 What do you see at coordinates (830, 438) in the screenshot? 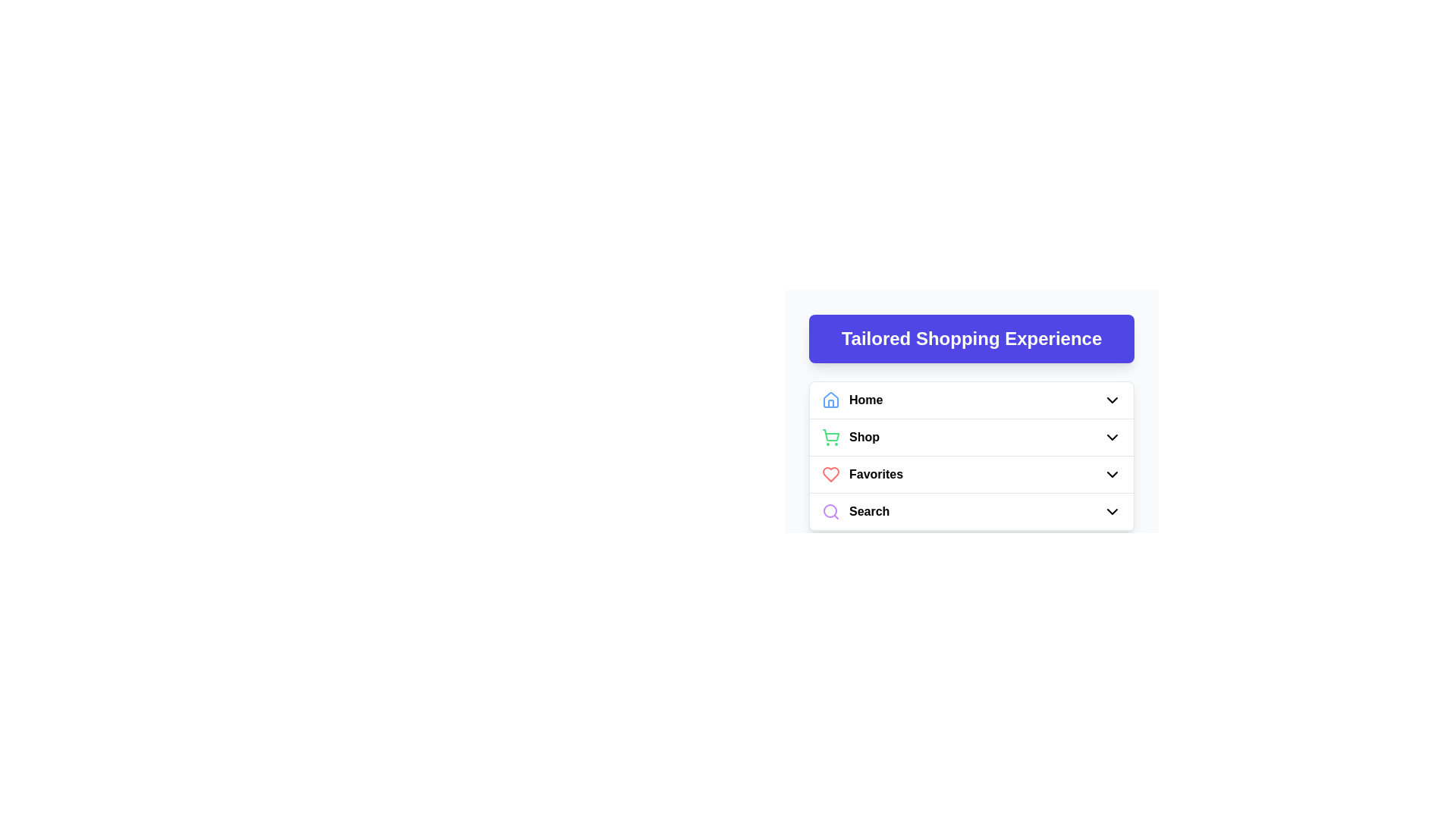
I see `the green shopping cart icon located to the left of the 'Shop' text` at bounding box center [830, 438].